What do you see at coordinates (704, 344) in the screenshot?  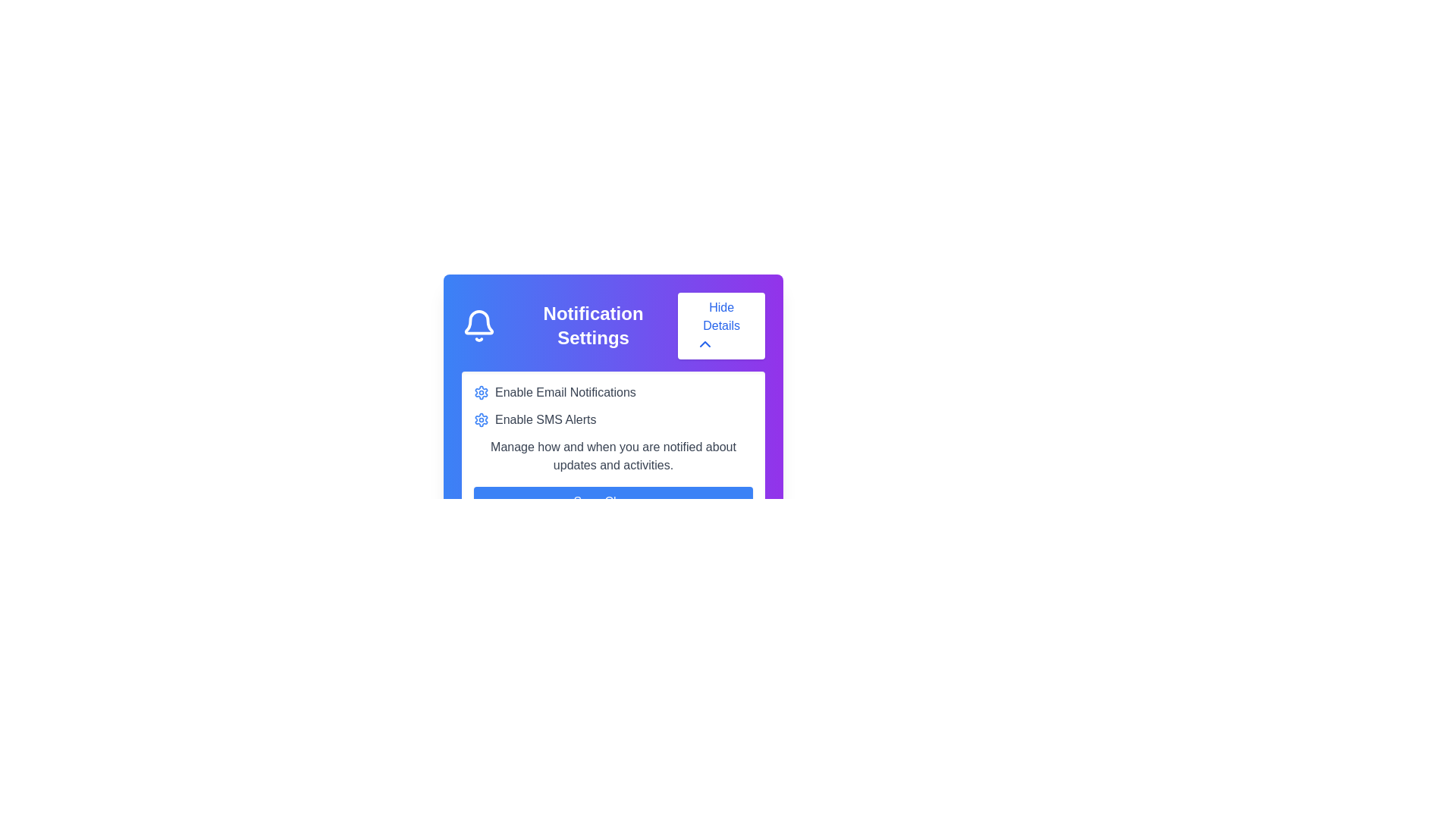 I see `the arrow icon located at the top-right corner of the notification settings panel` at bounding box center [704, 344].